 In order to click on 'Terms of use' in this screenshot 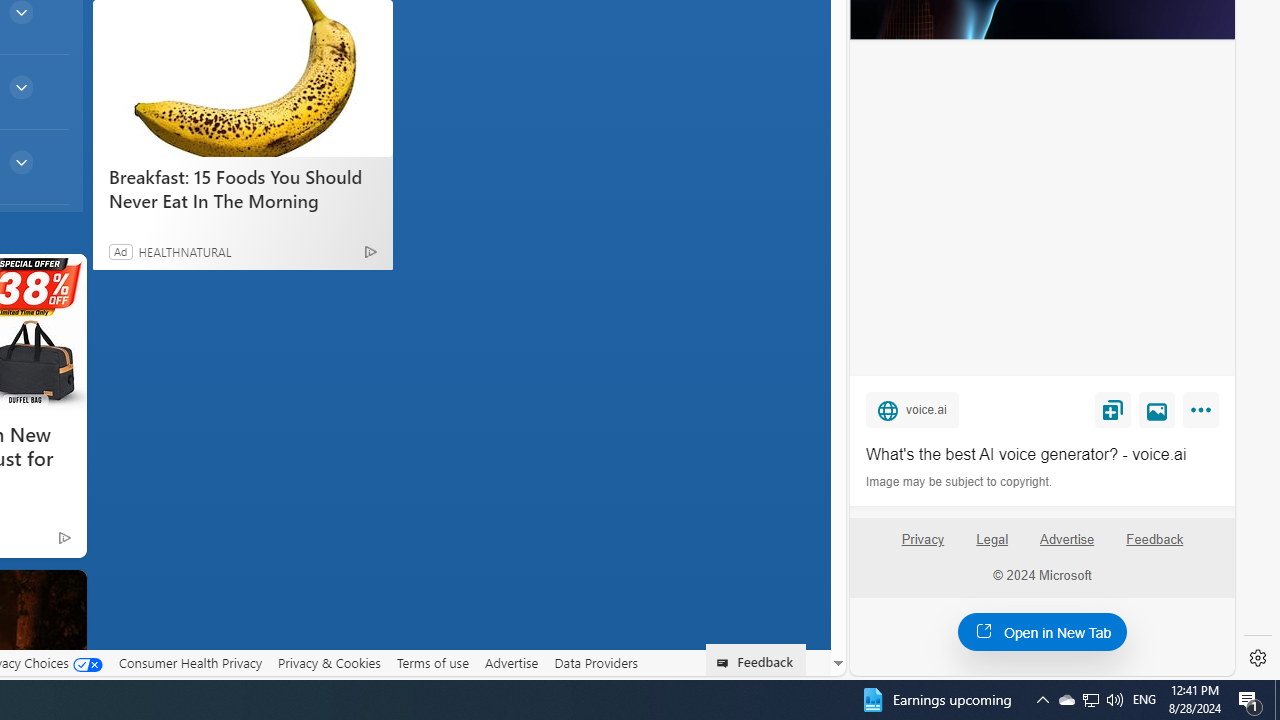, I will do `click(431, 663)`.